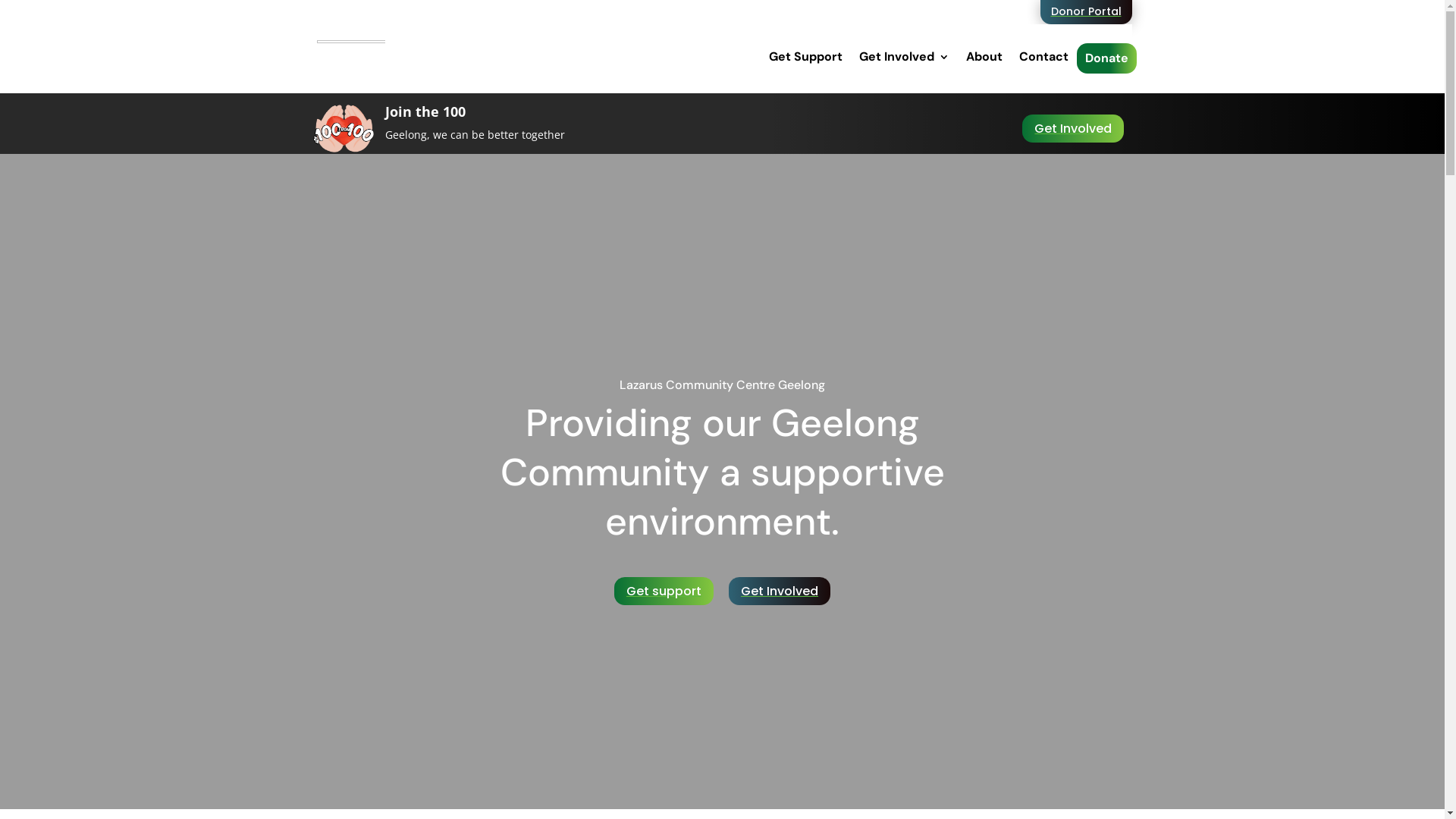 The width and height of the screenshot is (1456, 819). What do you see at coordinates (779, 590) in the screenshot?
I see `'Get Involved'` at bounding box center [779, 590].